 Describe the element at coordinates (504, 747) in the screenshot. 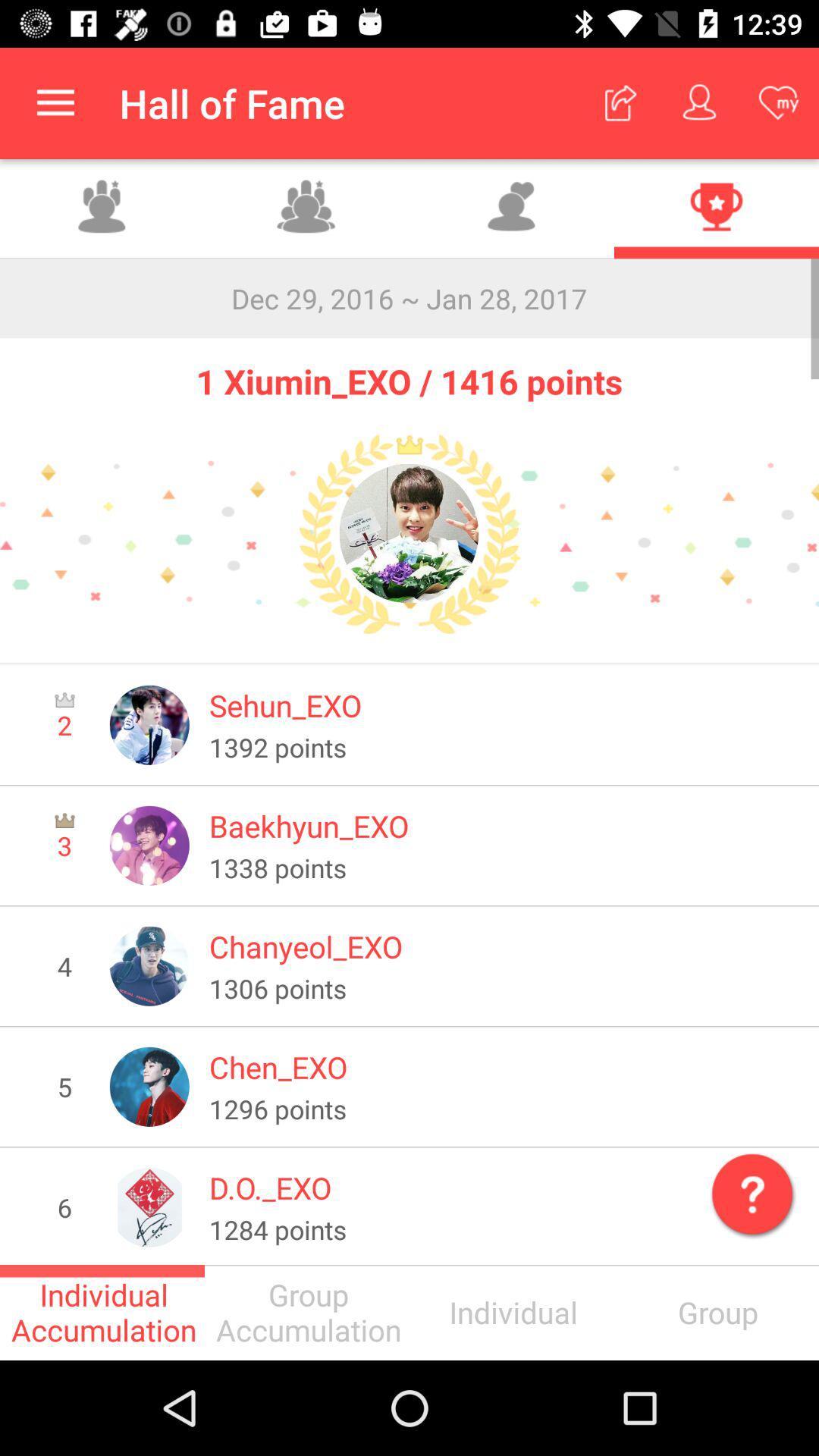

I see `the 1392 points` at that location.